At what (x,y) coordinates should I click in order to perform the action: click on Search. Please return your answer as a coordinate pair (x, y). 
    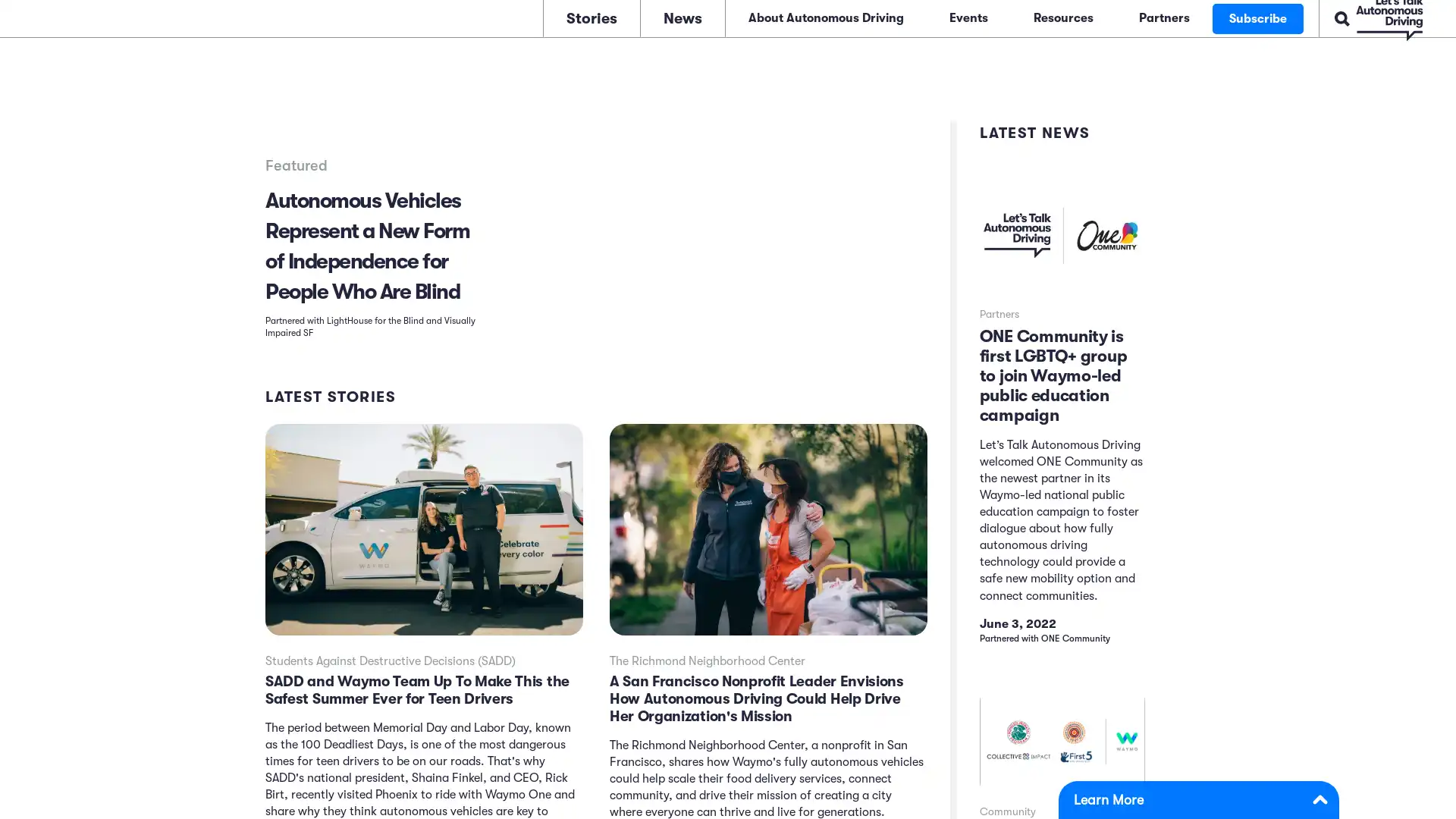
    Looking at the image, I should click on (1292, 17).